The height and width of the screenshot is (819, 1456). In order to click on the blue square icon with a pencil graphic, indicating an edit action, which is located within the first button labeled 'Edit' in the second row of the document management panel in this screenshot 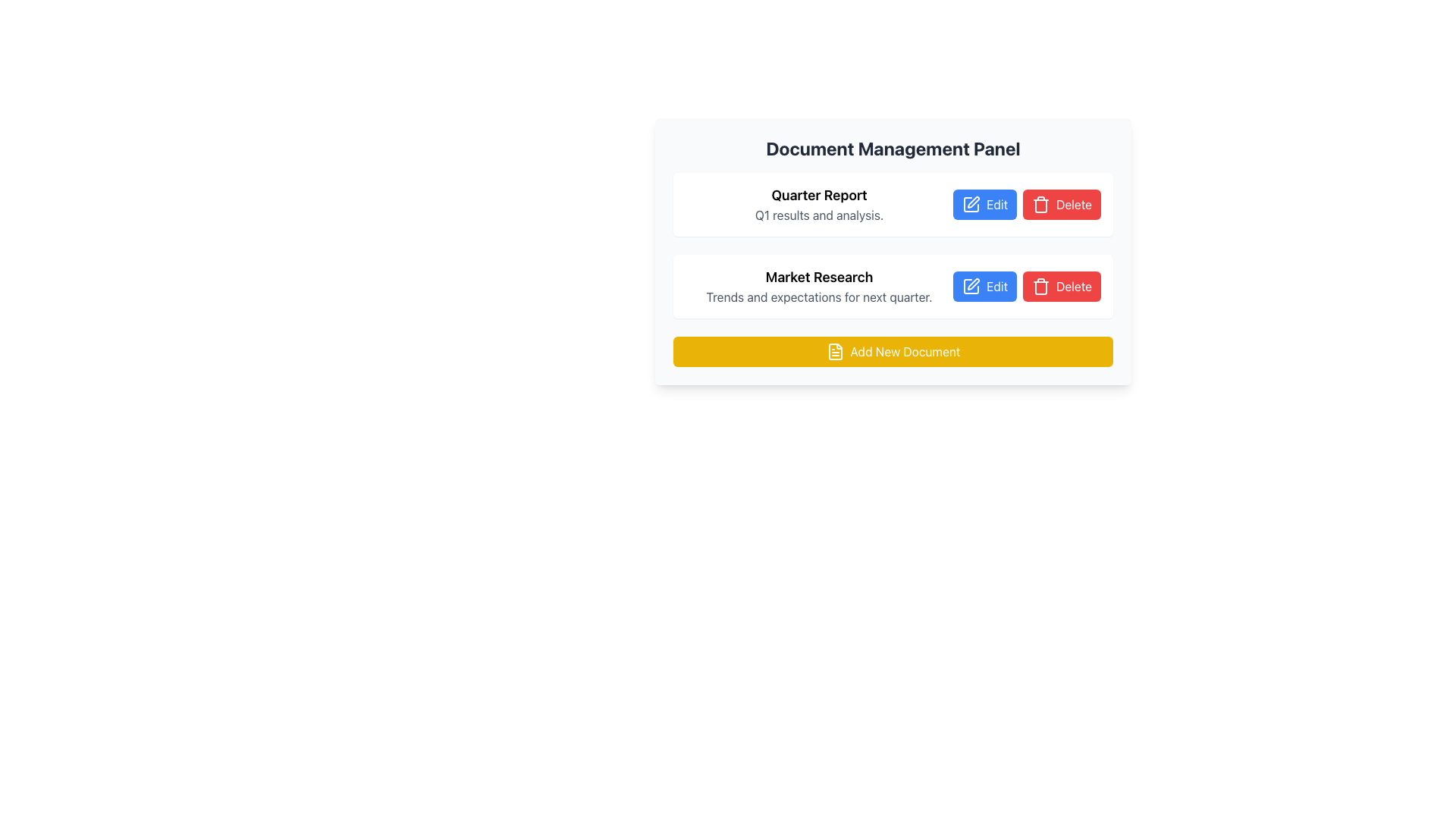, I will do `click(971, 287)`.